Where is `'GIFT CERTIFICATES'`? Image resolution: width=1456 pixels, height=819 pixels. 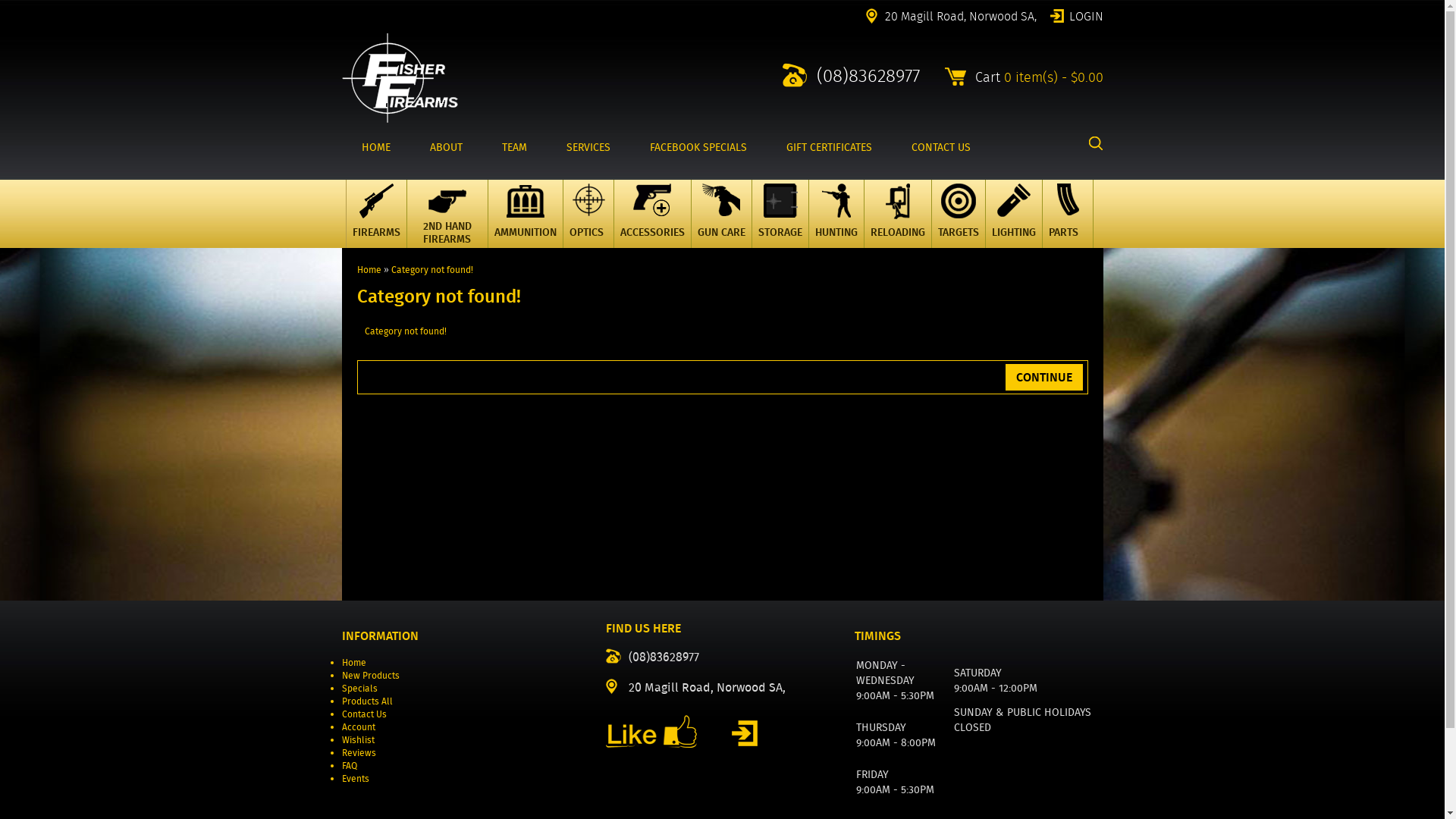 'GIFT CERTIFICATES' is located at coordinates (827, 147).